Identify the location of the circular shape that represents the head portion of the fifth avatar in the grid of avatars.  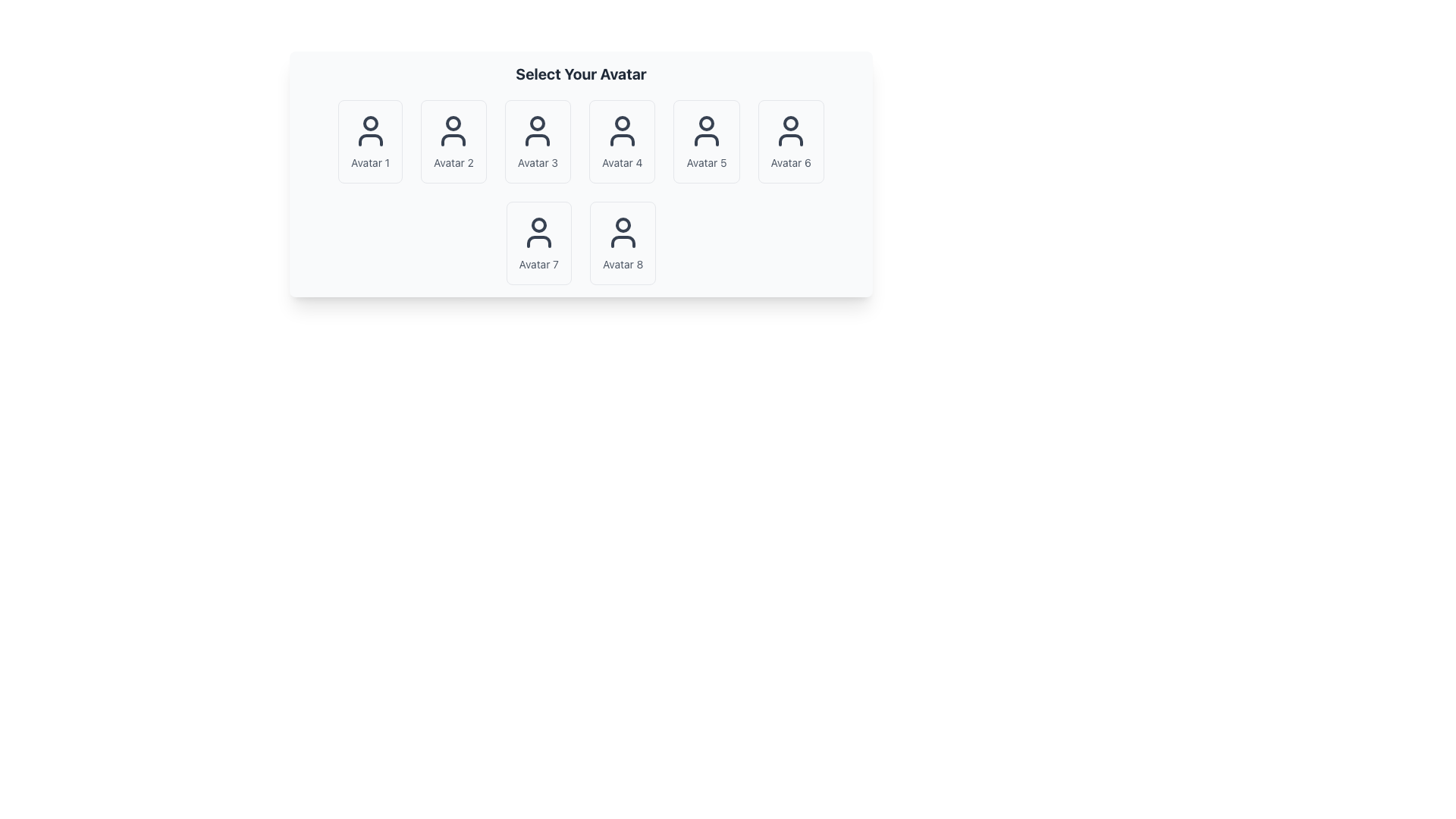
(705, 122).